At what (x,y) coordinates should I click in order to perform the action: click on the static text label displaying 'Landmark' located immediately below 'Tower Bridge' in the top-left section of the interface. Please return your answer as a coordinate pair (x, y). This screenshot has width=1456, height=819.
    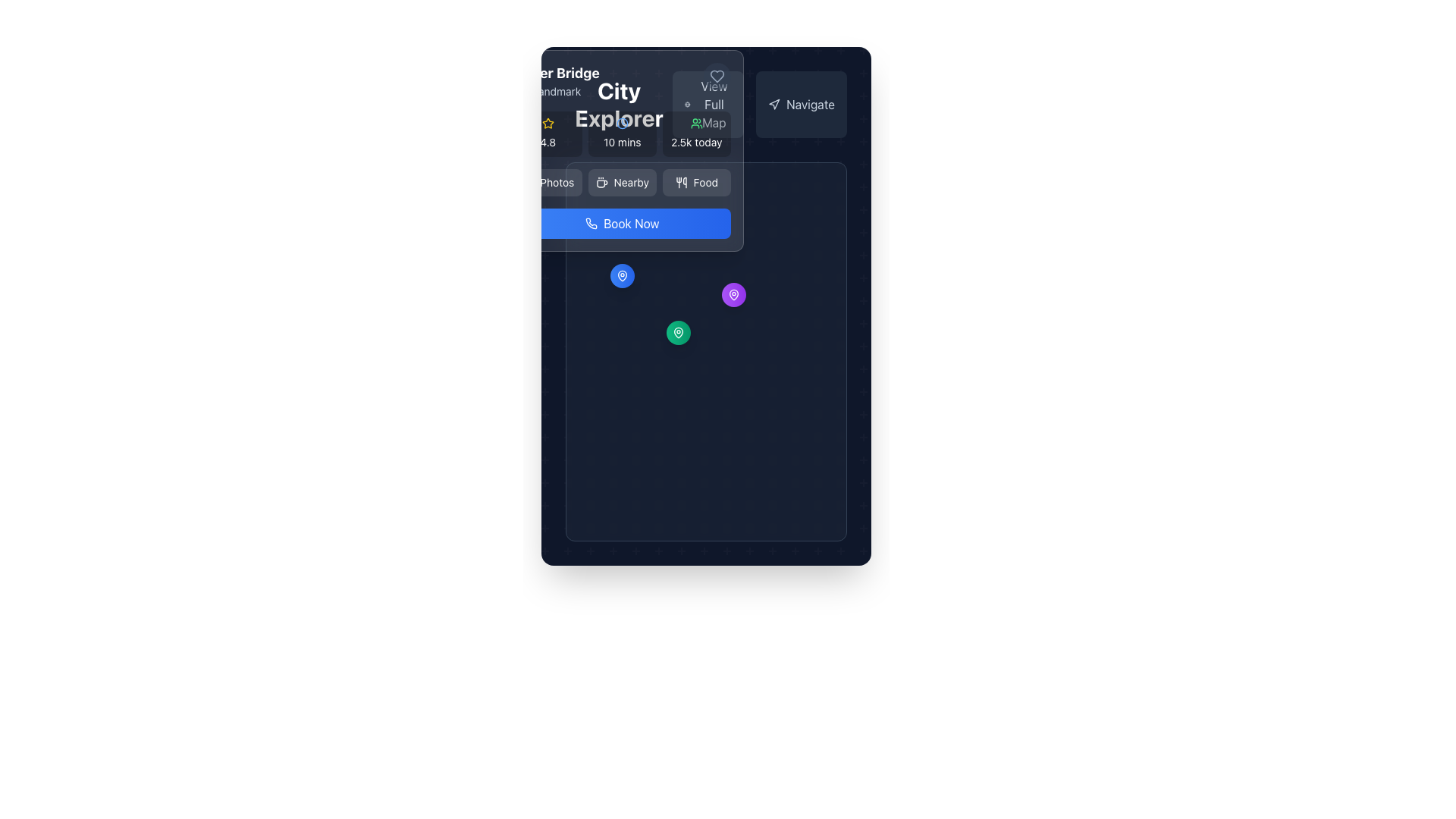
    Looking at the image, I should click on (556, 92).